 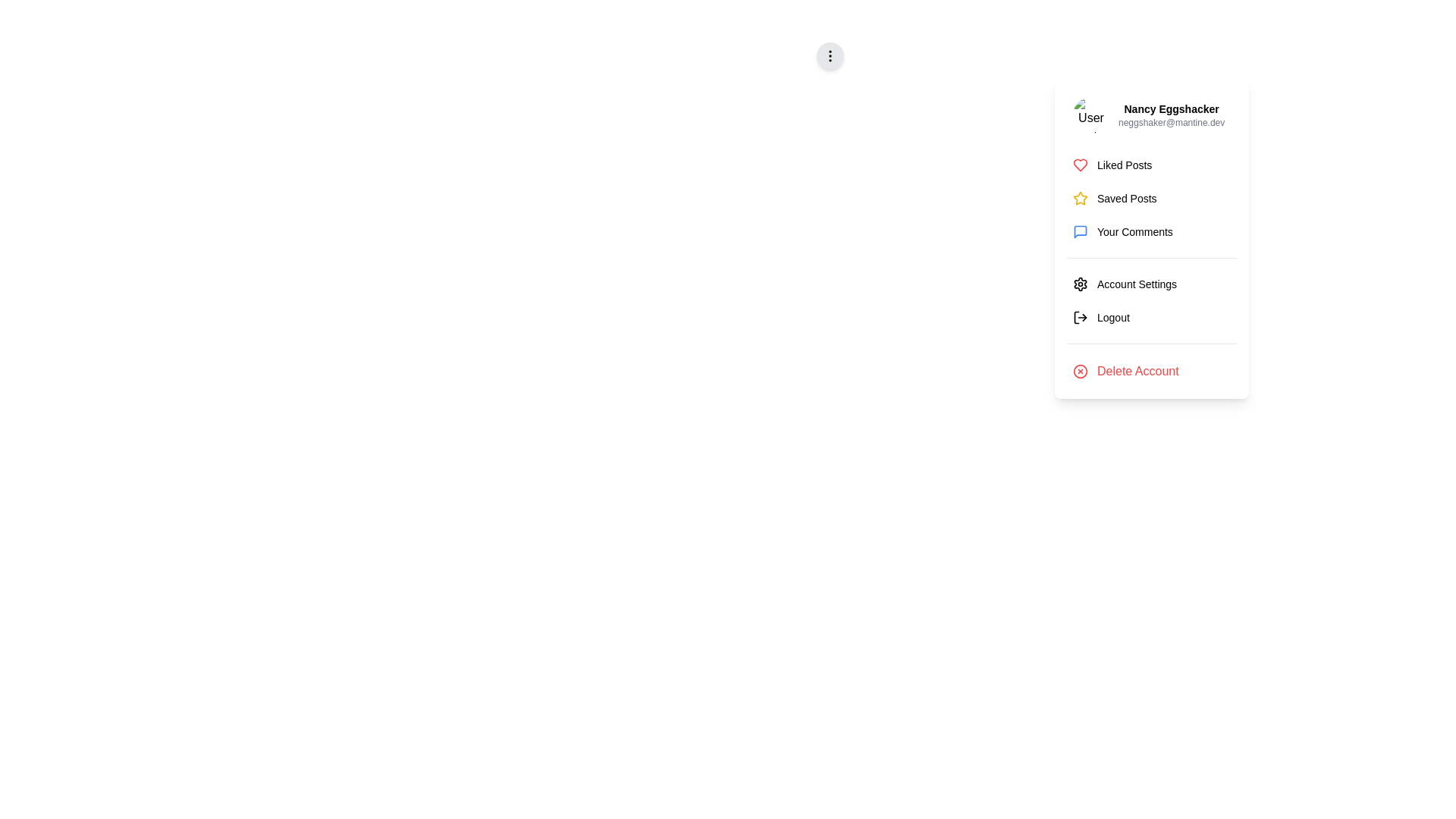 What do you see at coordinates (1151, 165) in the screenshot?
I see `the navigation menu list item that represents liked posts` at bounding box center [1151, 165].